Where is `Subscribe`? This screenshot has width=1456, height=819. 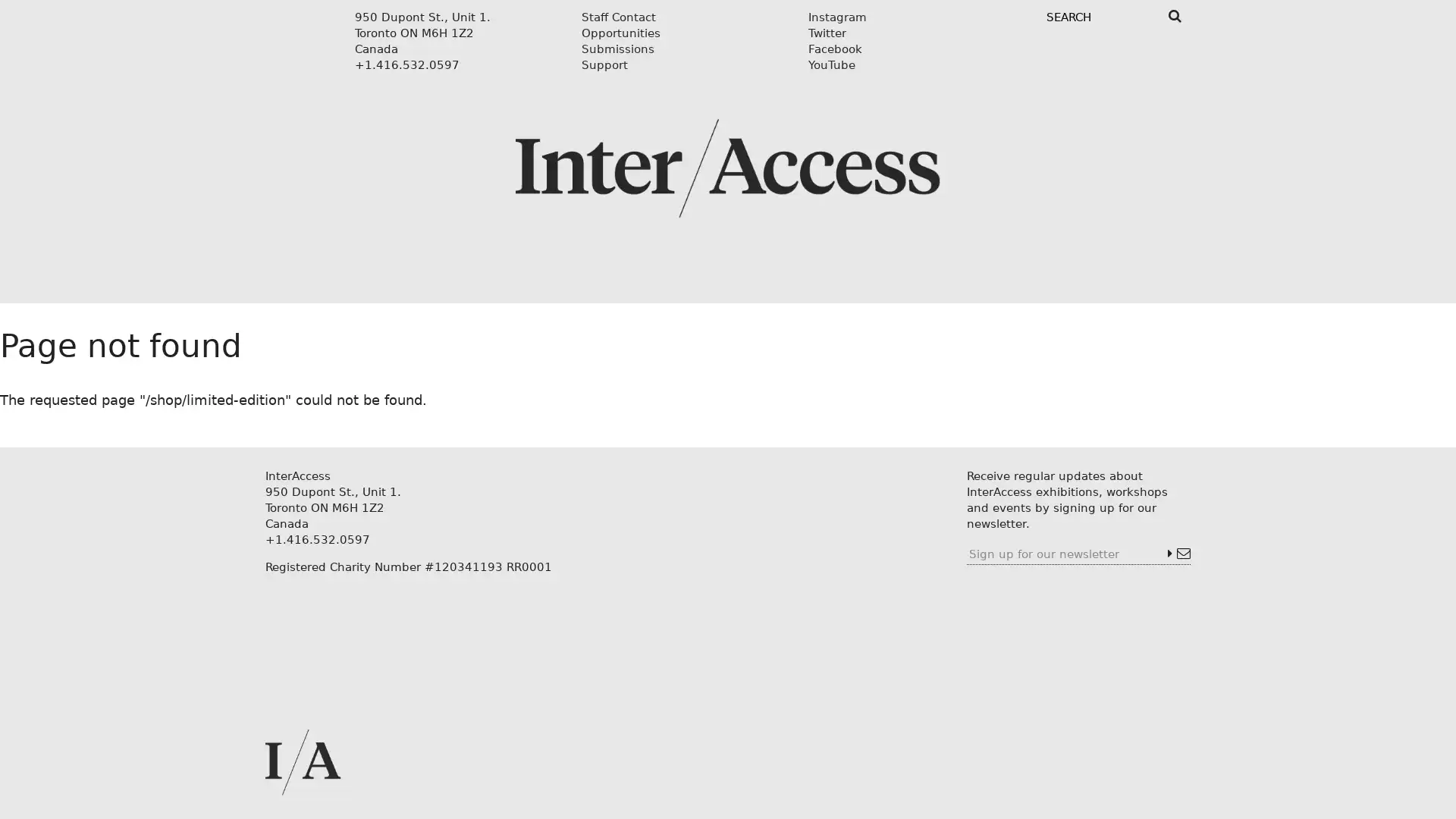 Subscribe is located at coordinates (1178, 554).